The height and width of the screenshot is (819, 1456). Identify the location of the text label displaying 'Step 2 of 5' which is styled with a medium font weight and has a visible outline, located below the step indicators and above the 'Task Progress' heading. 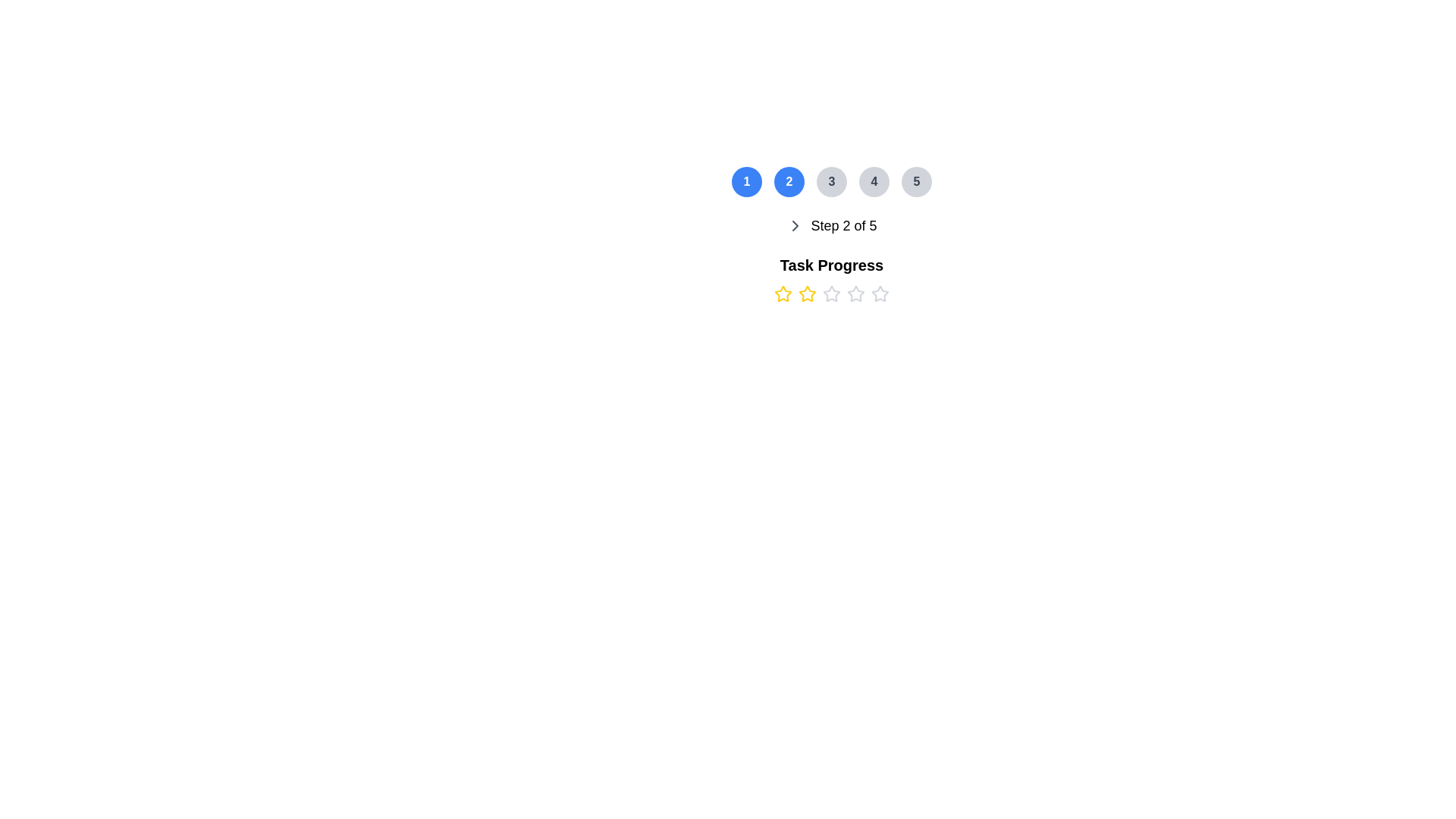
(830, 225).